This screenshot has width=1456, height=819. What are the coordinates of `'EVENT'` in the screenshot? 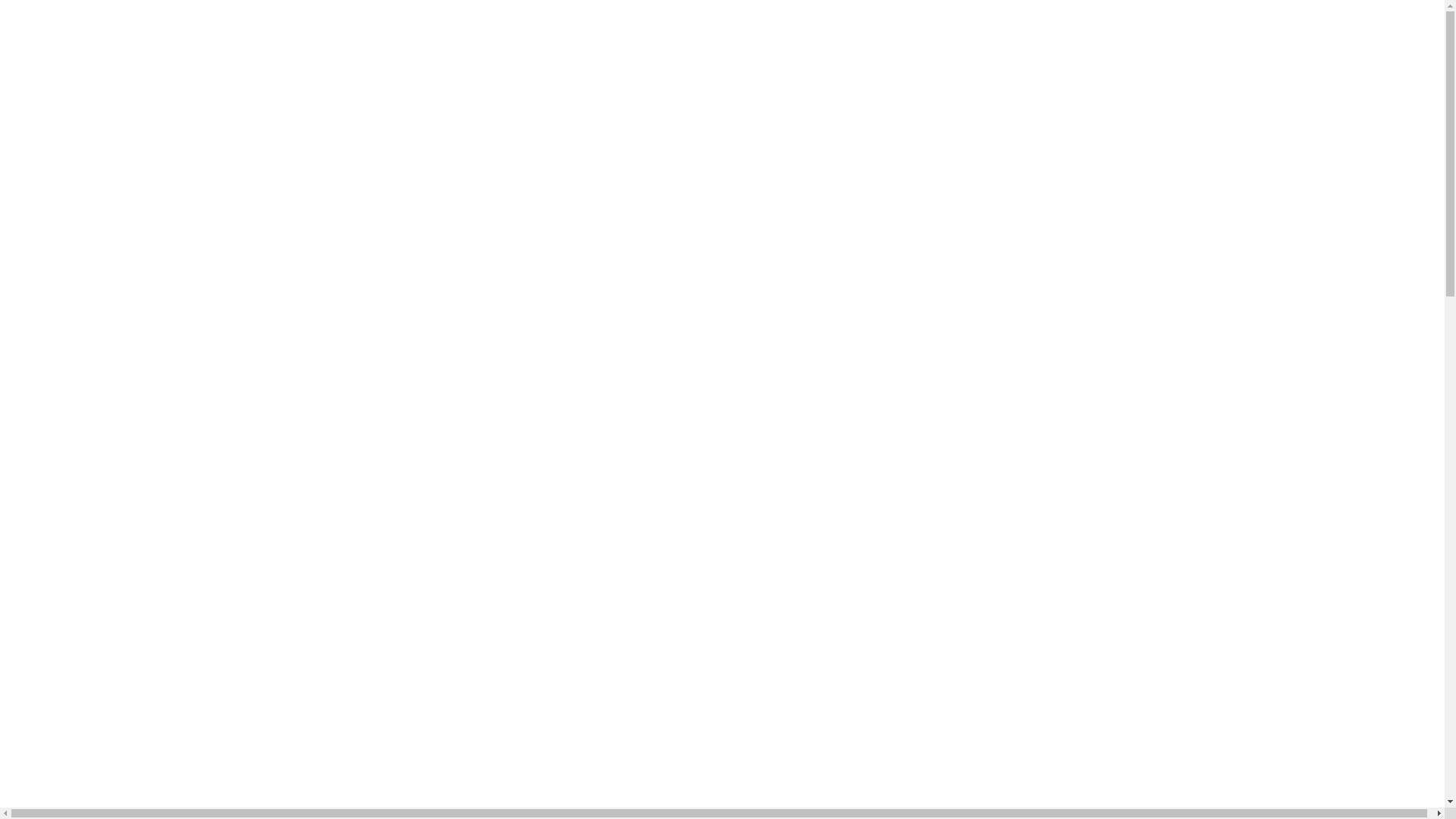 It's located at (55, 413).